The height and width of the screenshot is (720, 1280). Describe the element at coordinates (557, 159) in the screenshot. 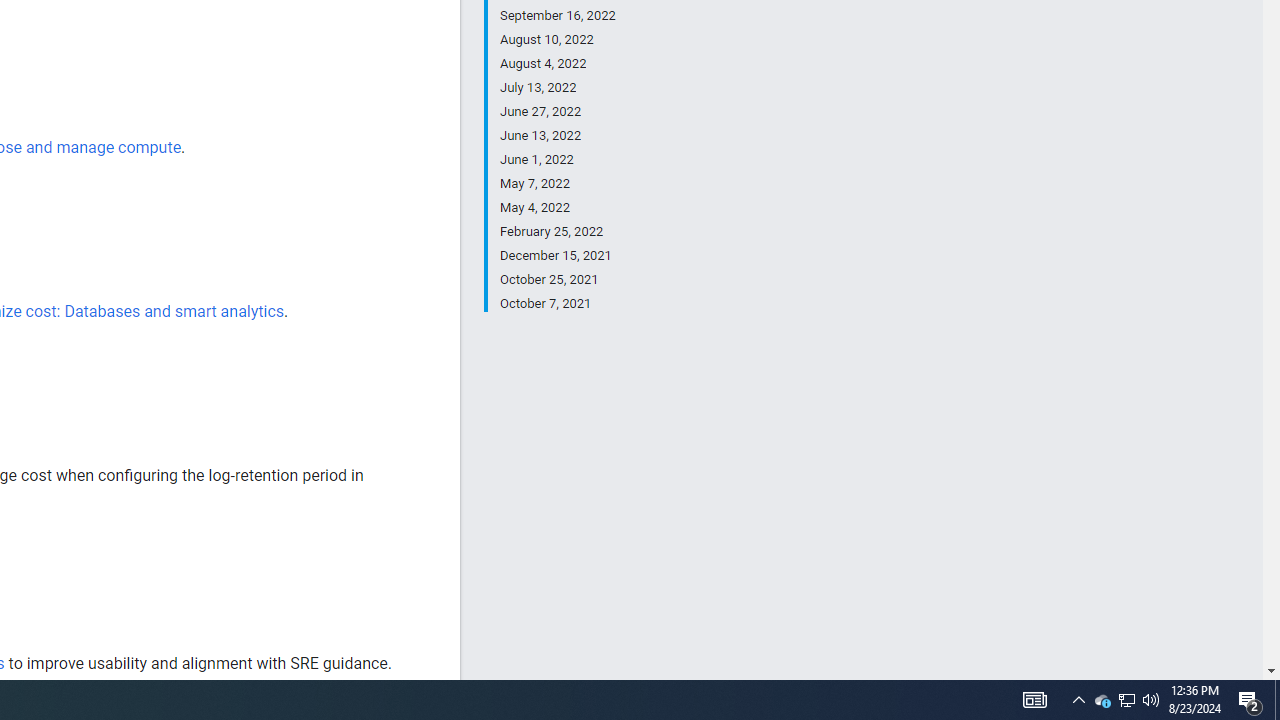

I see `'June 1, 2022'` at that location.